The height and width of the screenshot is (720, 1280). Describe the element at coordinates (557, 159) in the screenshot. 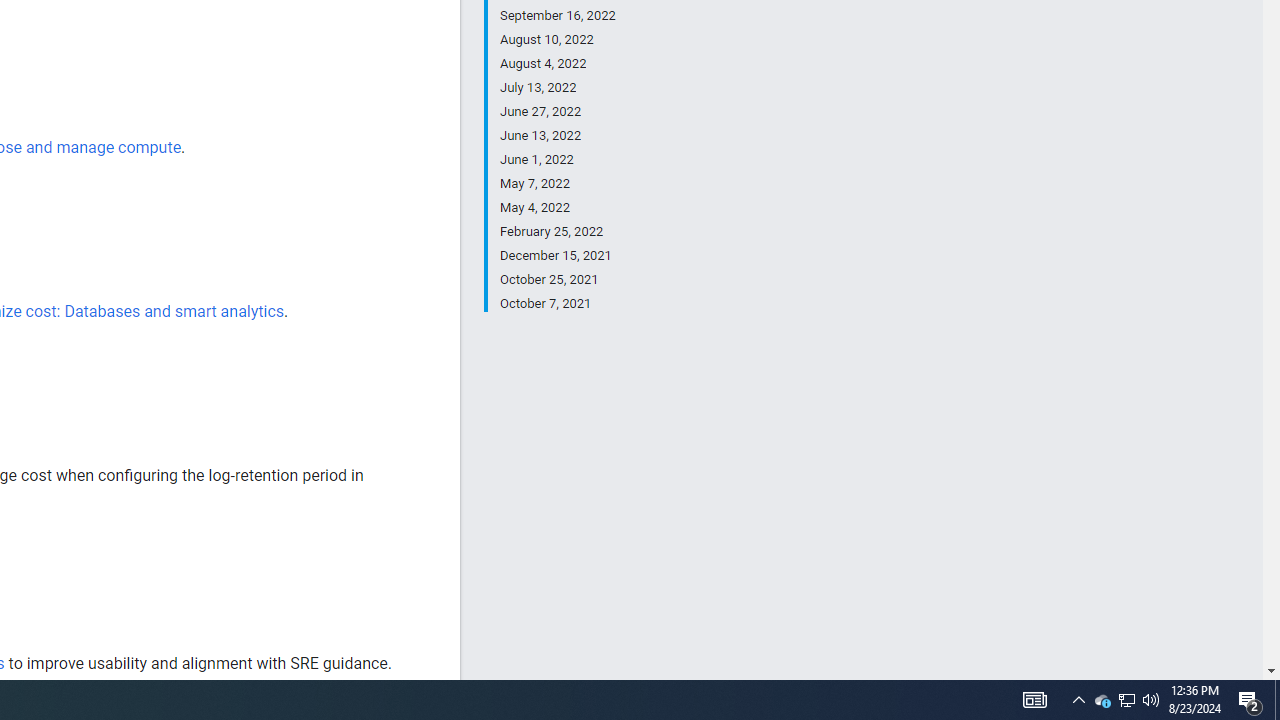

I see `'June 1, 2022'` at that location.